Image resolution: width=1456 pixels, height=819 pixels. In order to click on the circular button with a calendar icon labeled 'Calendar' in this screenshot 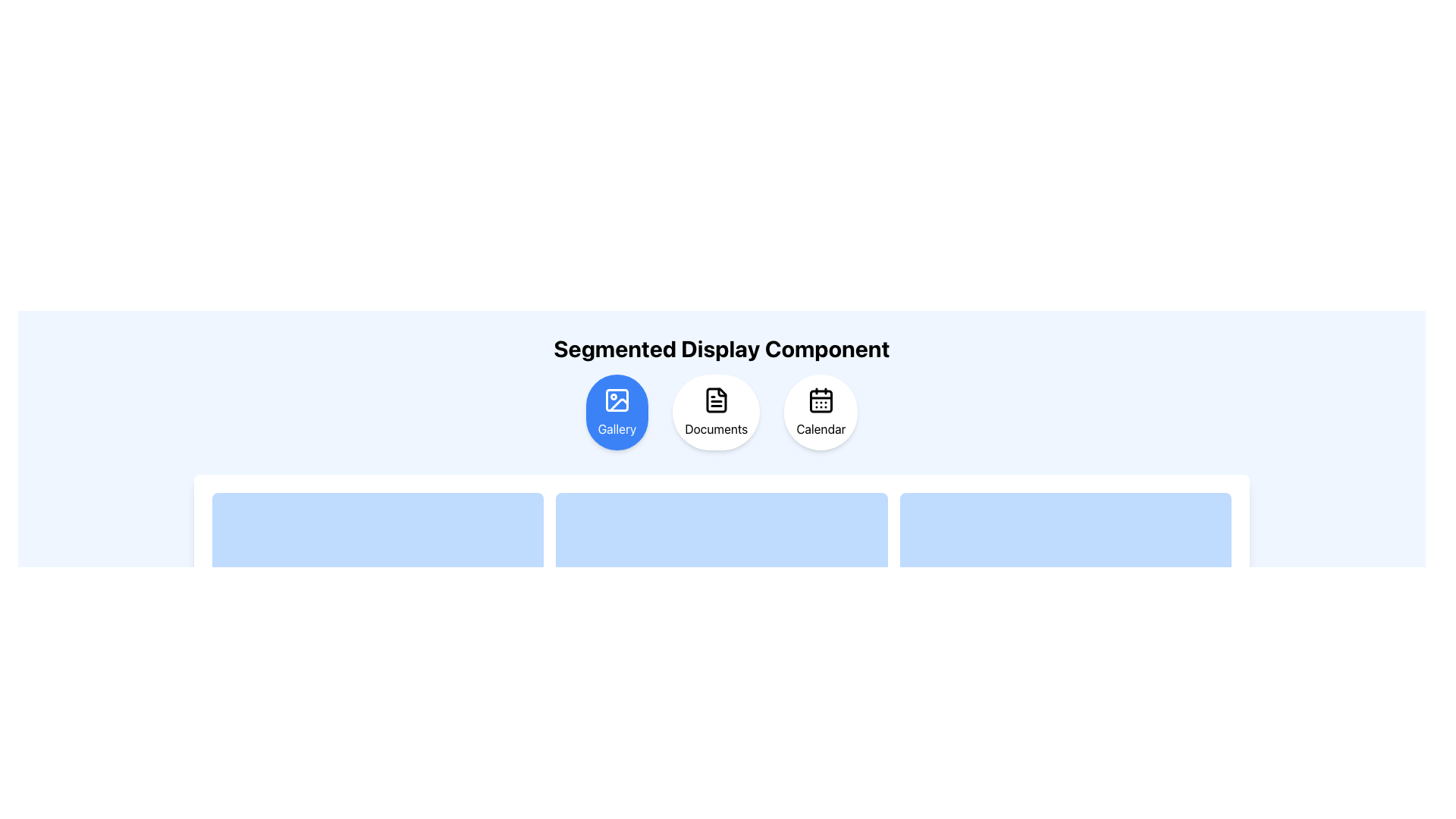, I will do `click(820, 412)`.